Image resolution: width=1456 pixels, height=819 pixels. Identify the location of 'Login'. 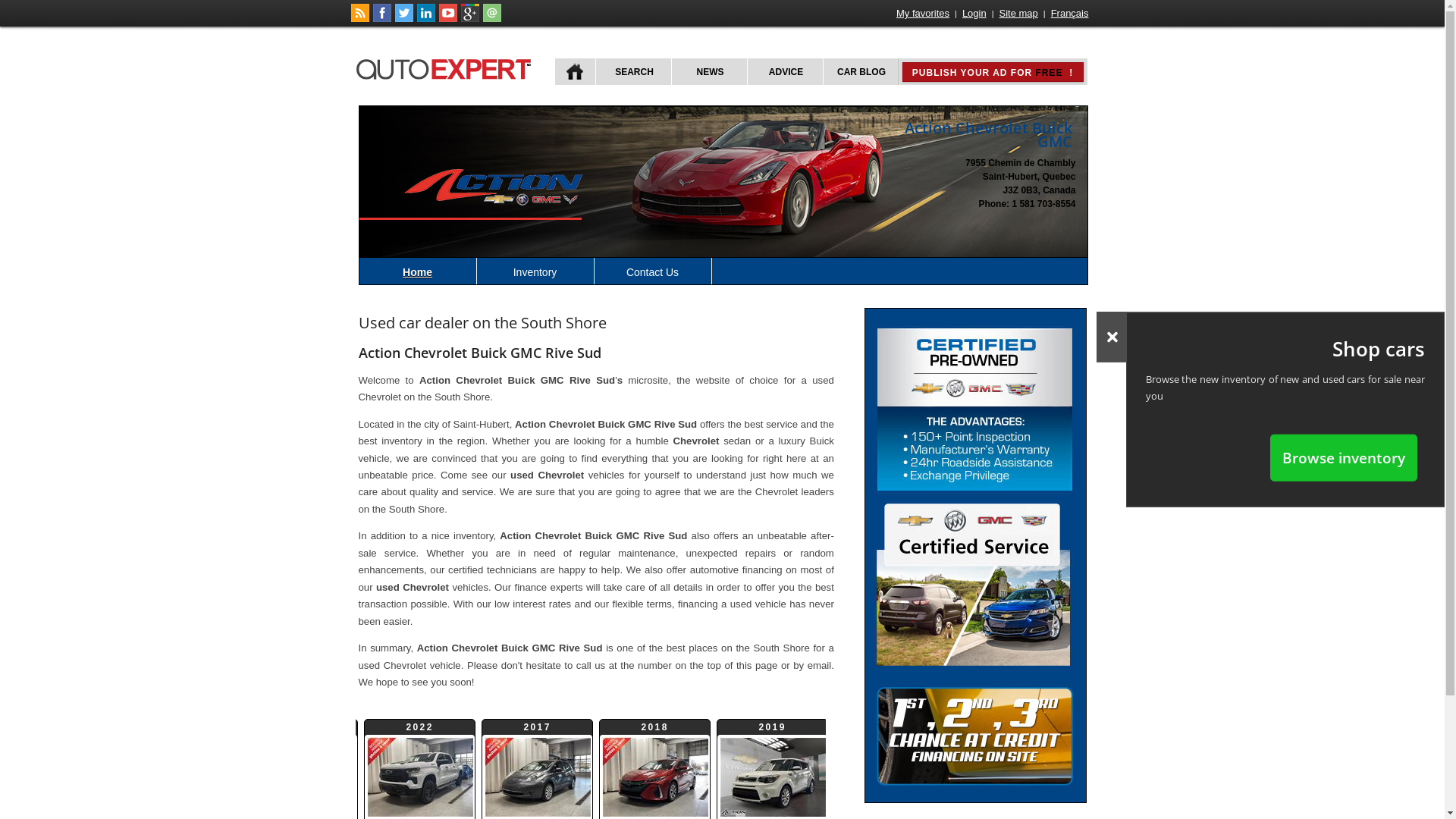
(974, 13).